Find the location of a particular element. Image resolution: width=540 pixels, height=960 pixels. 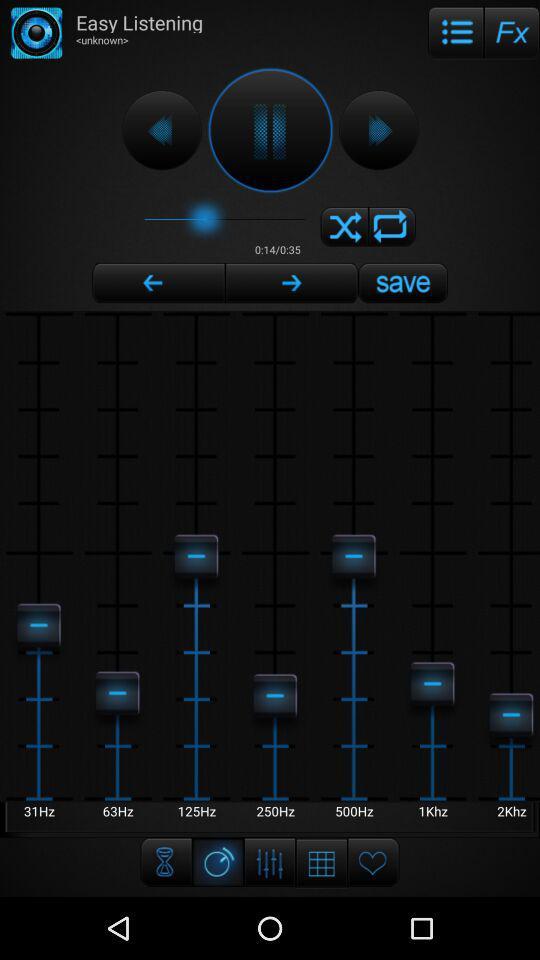

the close icon is located at coordinates (343, 241).